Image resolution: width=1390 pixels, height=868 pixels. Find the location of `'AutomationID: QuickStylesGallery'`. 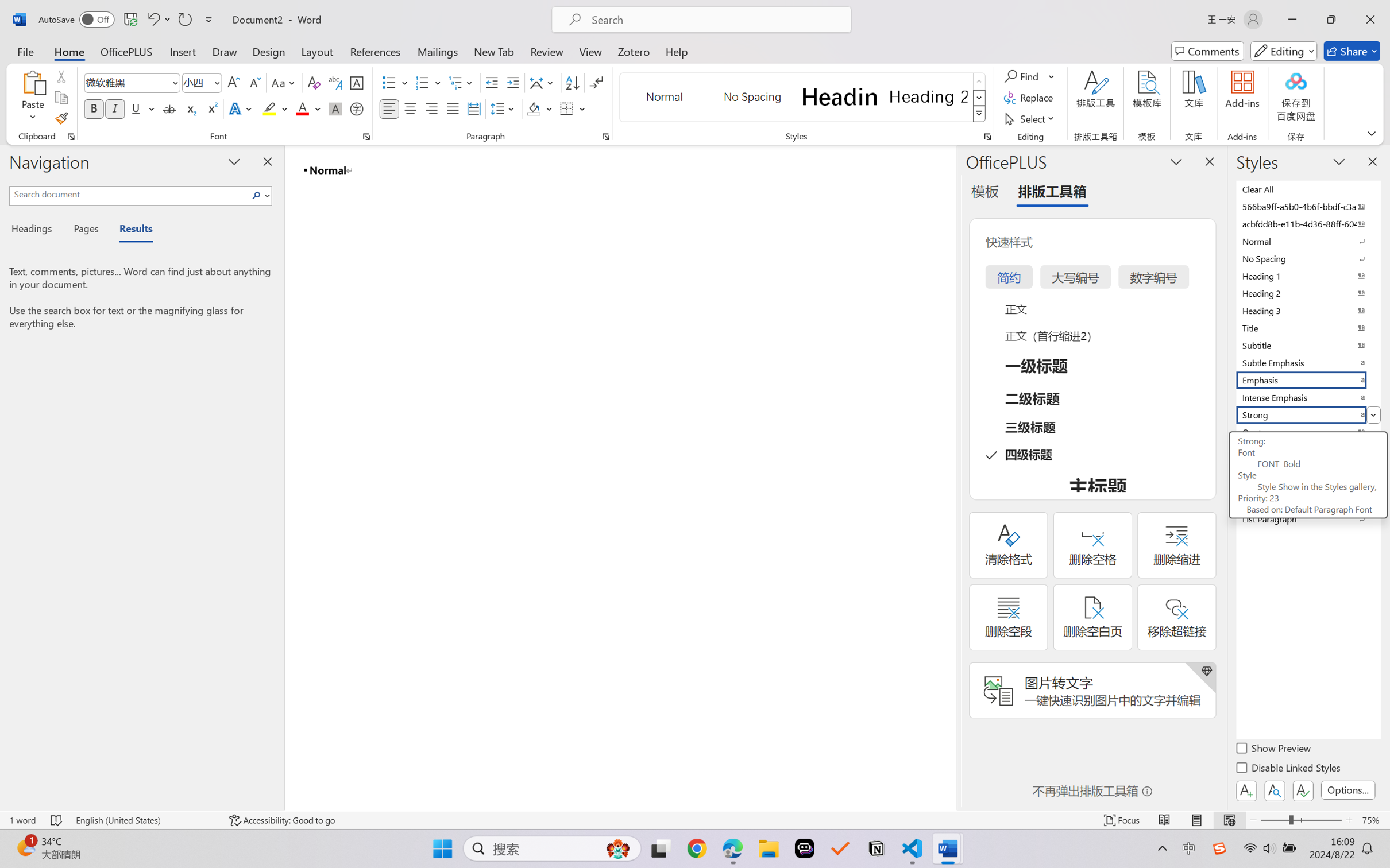

'AutomationID: QuickStylesGallery' is located at coordinates (802, 98).